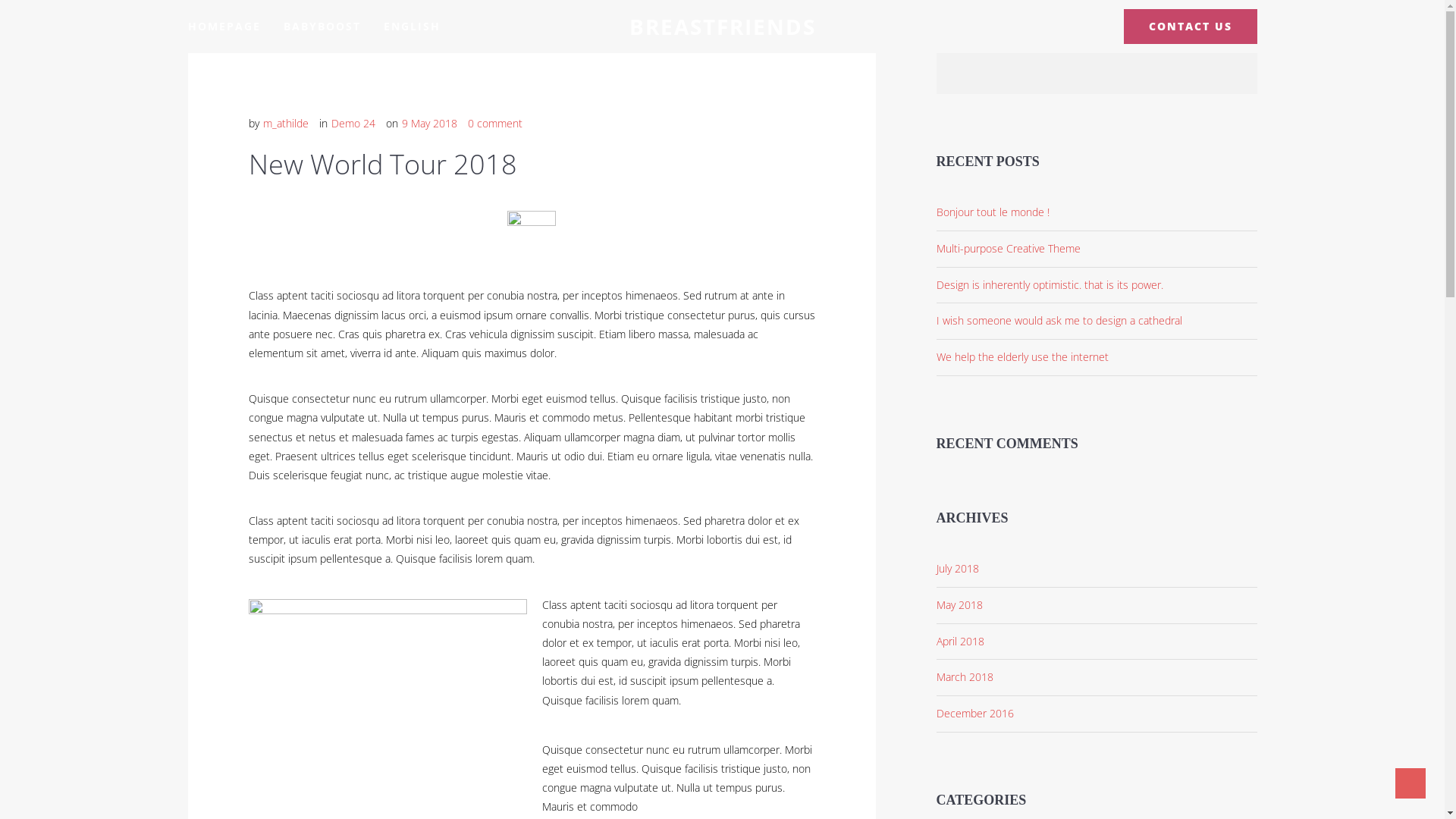 Image resolution: width=1456 pixels, height=819 pixels. I want to click on 'ENGLISH', so click(412, 26).